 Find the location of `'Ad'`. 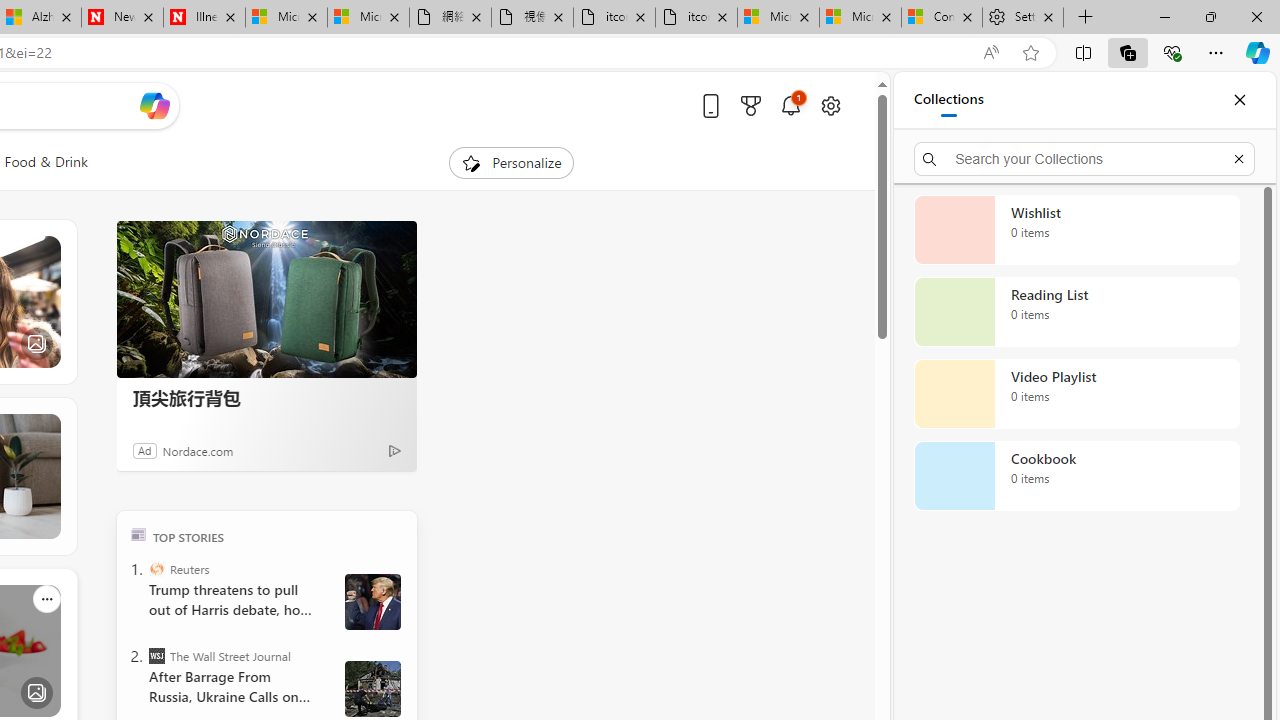

'Ad' is located at coordinates (144, 450).